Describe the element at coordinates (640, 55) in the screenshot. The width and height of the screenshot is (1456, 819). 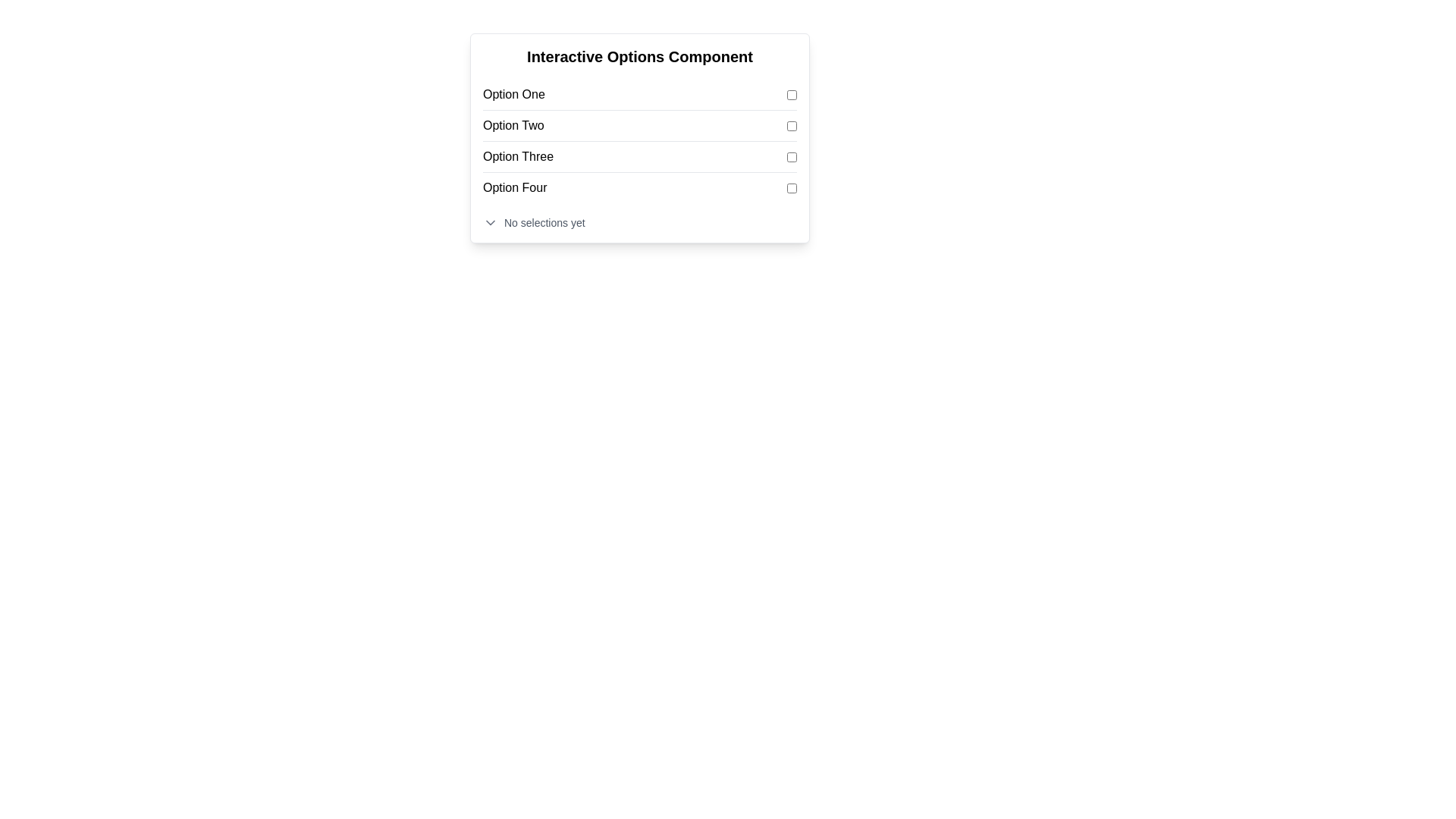
I see `the bold text header labeled 'Interactive Options Component' located at the top of the panel` at that location.